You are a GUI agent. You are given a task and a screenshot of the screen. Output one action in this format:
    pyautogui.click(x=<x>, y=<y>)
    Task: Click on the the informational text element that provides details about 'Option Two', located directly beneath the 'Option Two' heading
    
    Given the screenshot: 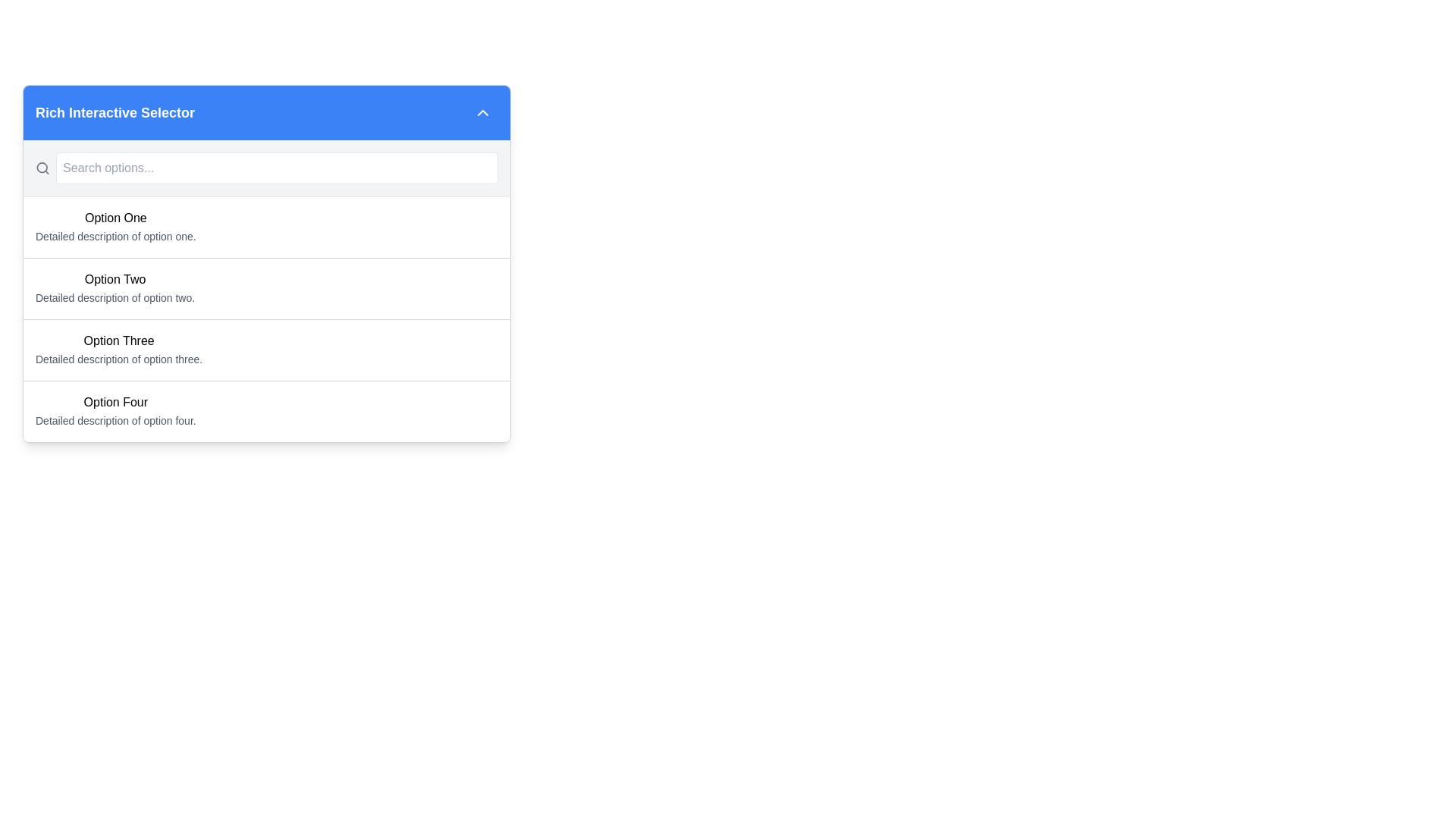 What is the action you would take?
    pyautogui.click(x=115, y=298)
    